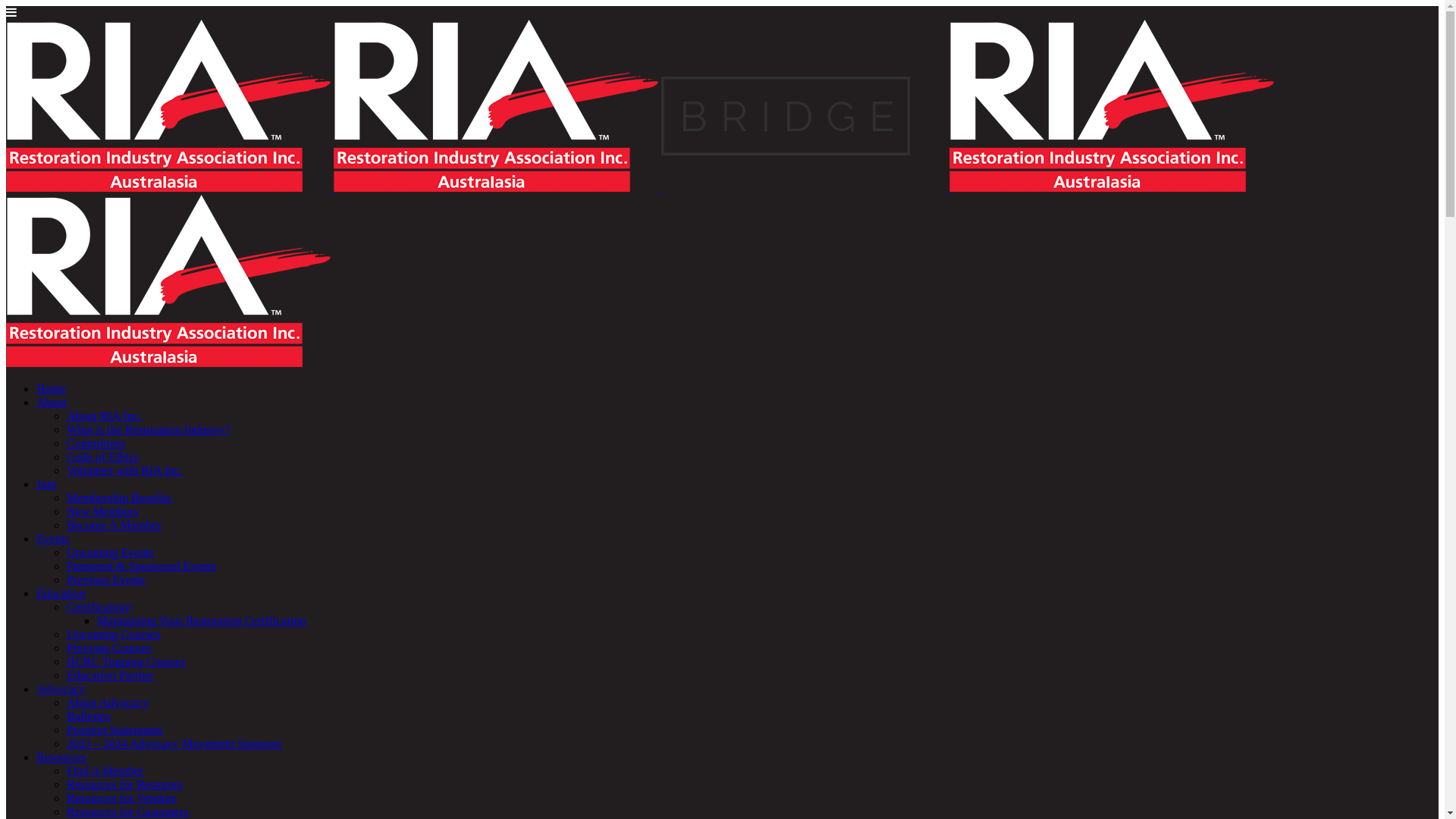 Image resolution: width=1456 pixels, height=819 pixels. I want to click on 'Events', so click(36, 538).